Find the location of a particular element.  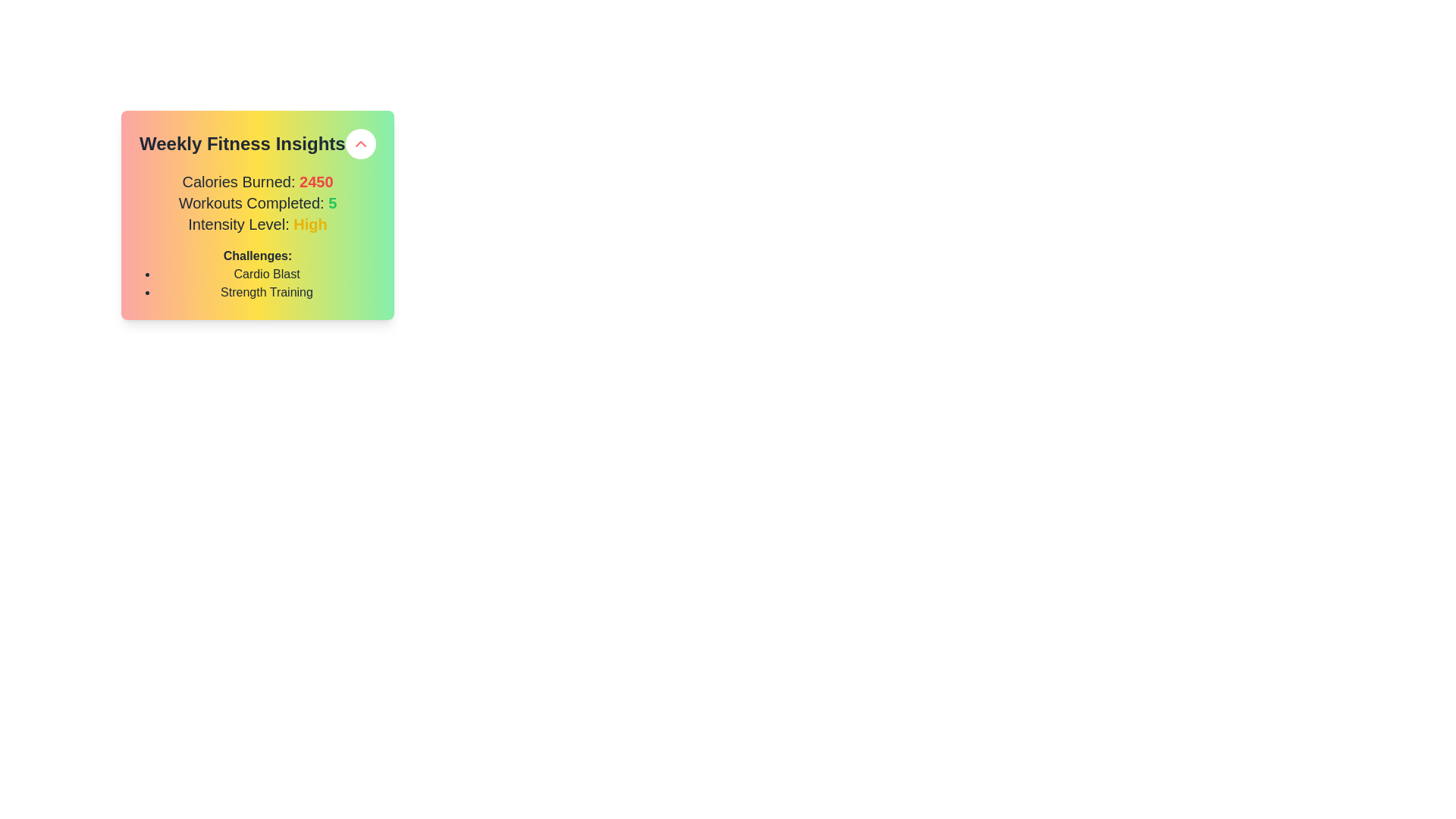

the 'Strength Training' text label, which is the second item in the bulleted list under the 'Challenges' header, styled in bold black font within a gradient background box is located at coordinates (266, 292).